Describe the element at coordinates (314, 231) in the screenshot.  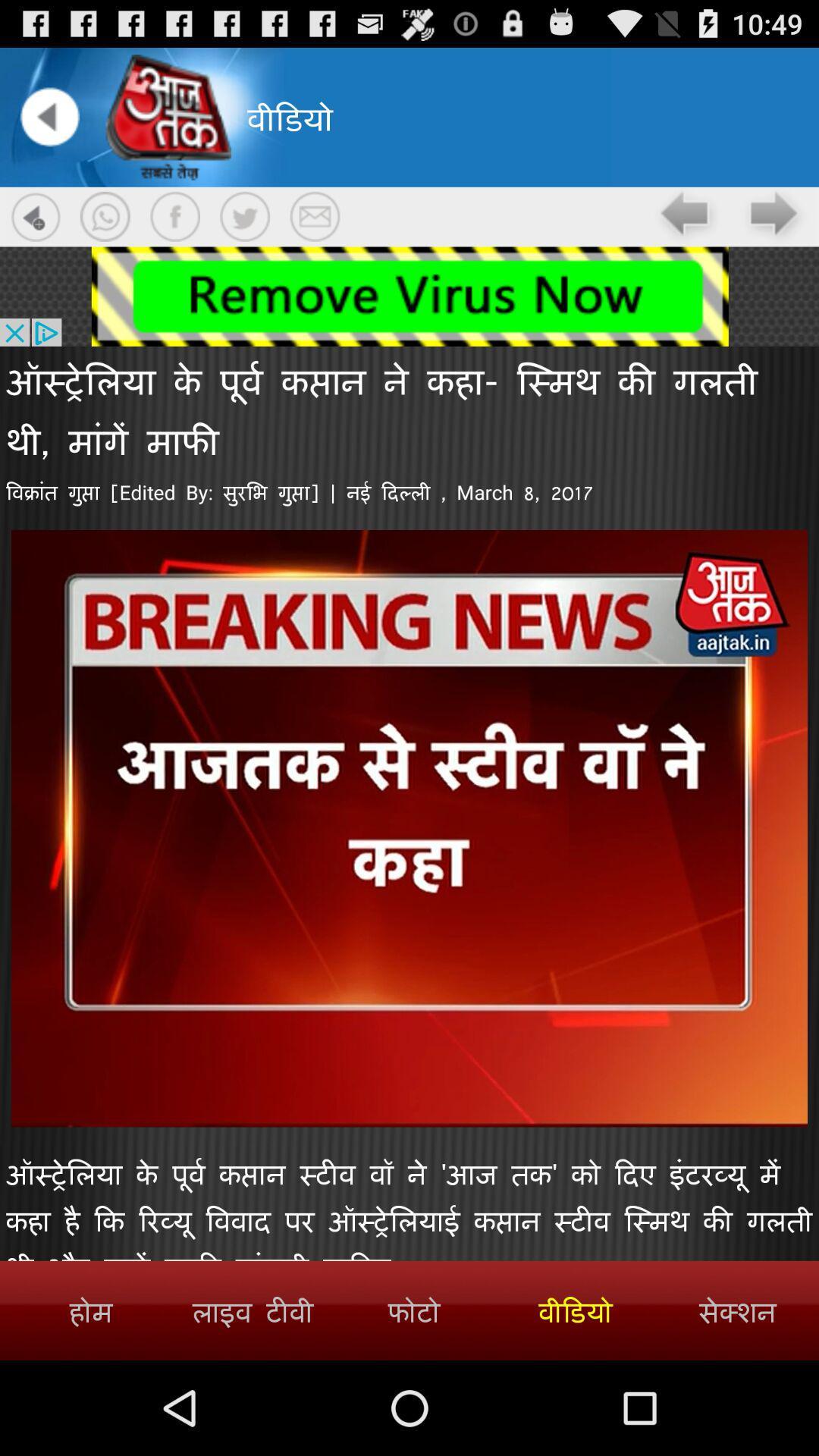
I see `the email icon` at that location.